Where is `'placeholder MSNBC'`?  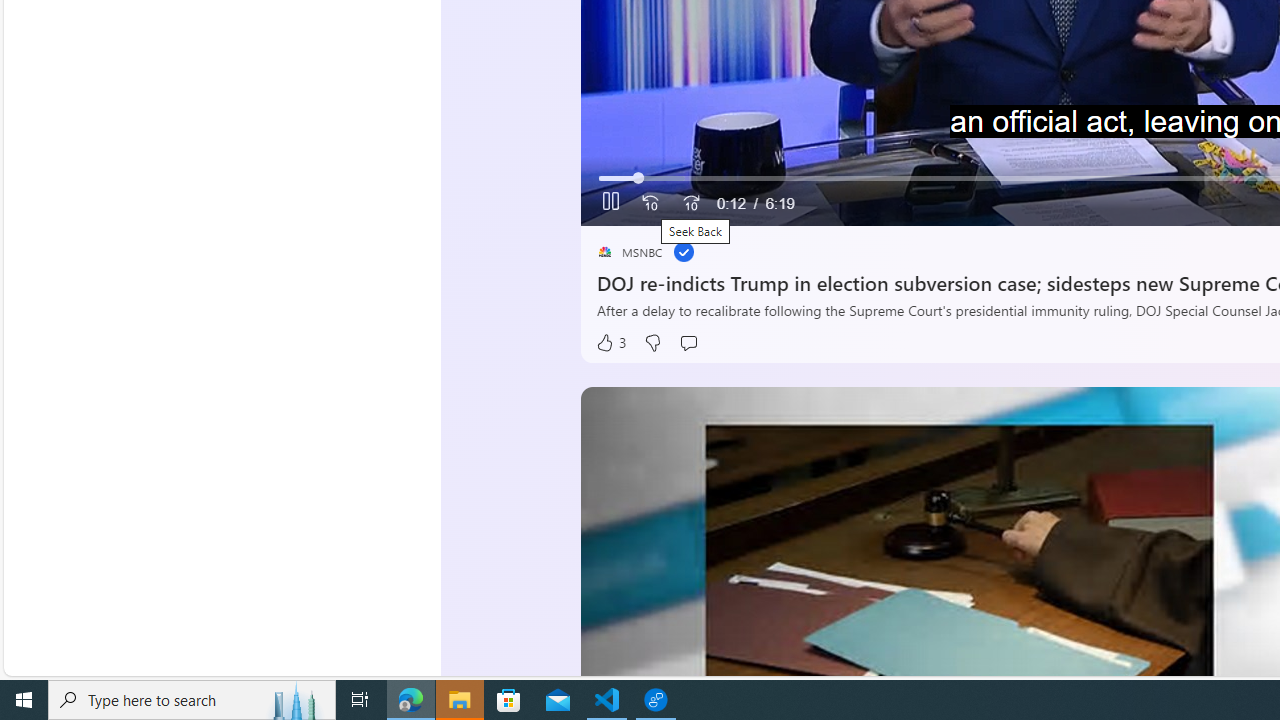 'placeholder MSNBC' is located at coordinates (628, 251).